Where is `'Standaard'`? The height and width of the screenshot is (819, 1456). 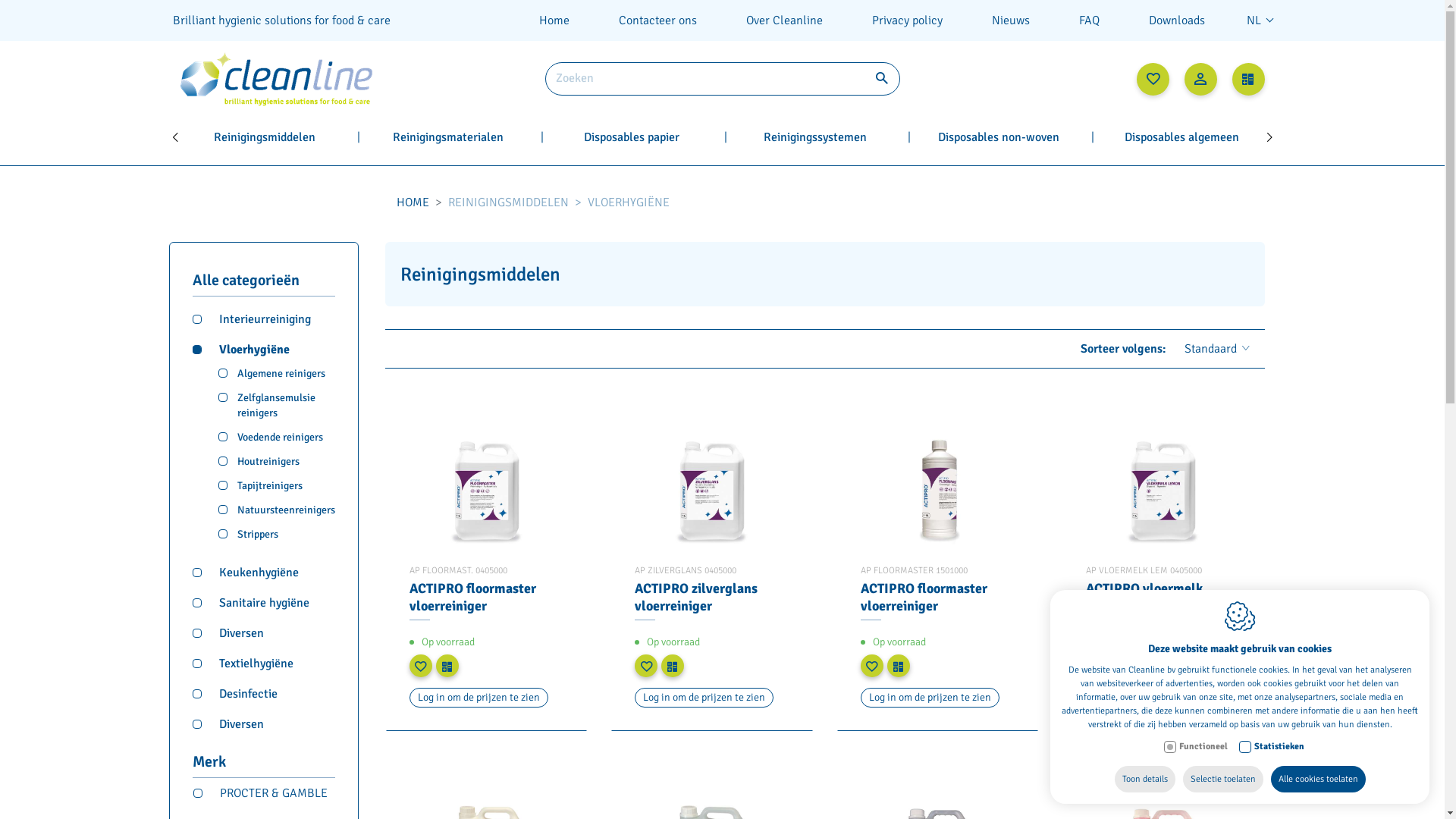 'Standaard' is located at coordinates (1216, 348).